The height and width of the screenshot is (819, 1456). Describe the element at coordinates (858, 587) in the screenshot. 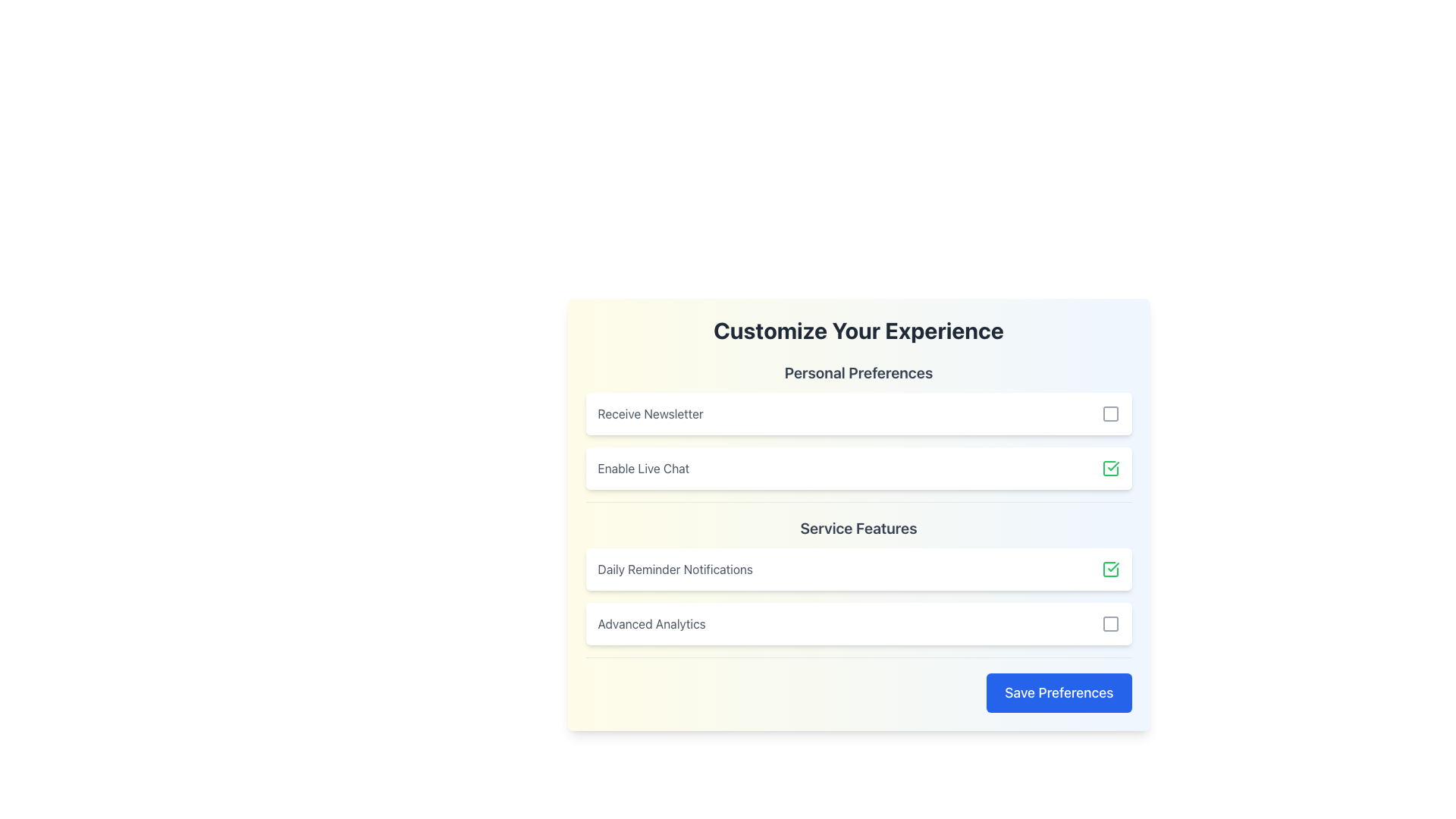

I see `text under the 'Service Features' section, which includes 'Daily Reminder Notifications' and 'Advanced Analytics'` at that location.